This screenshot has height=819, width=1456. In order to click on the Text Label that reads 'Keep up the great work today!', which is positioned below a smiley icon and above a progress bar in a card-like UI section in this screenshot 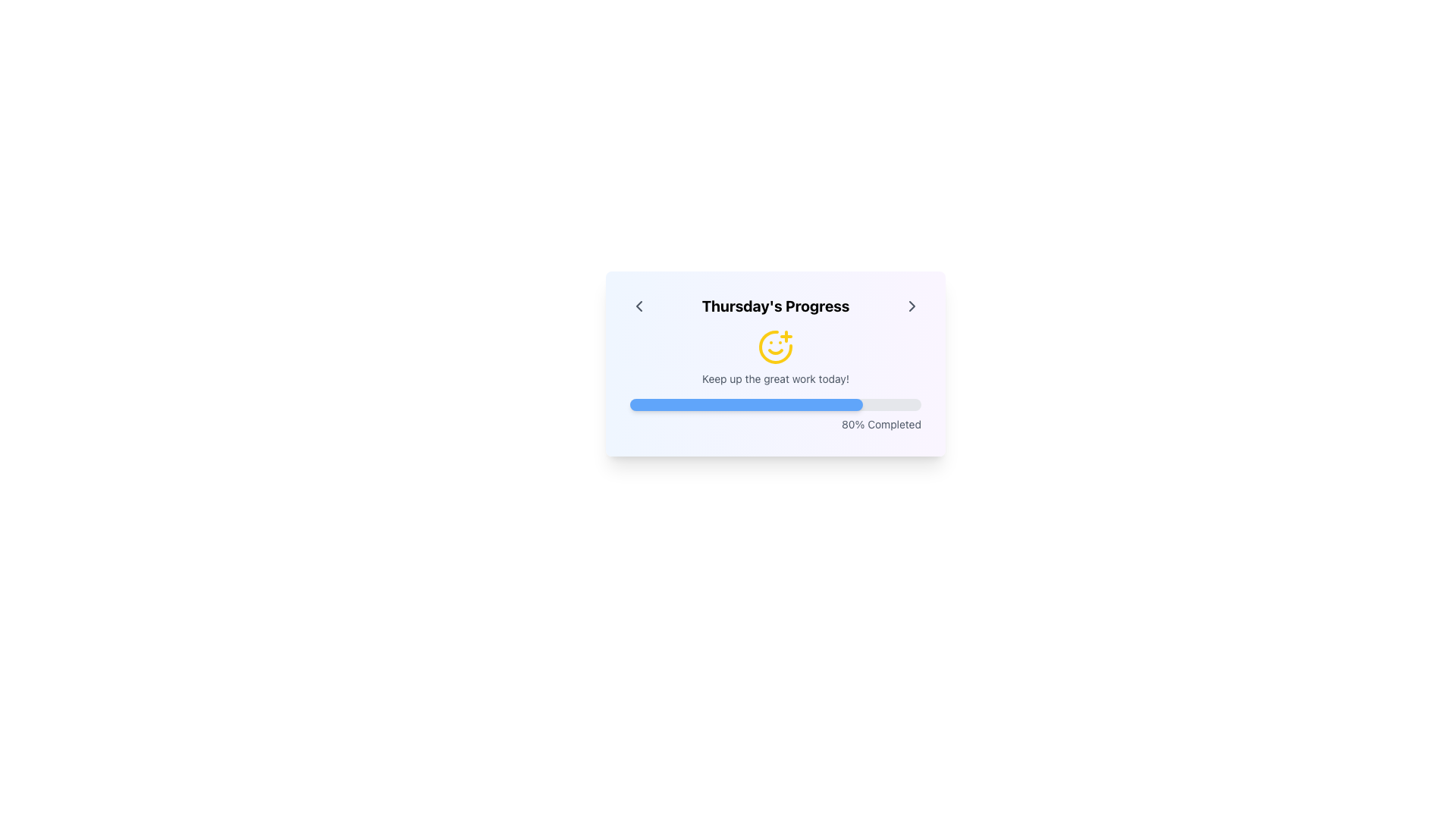, I will do `click(775, 378)`.